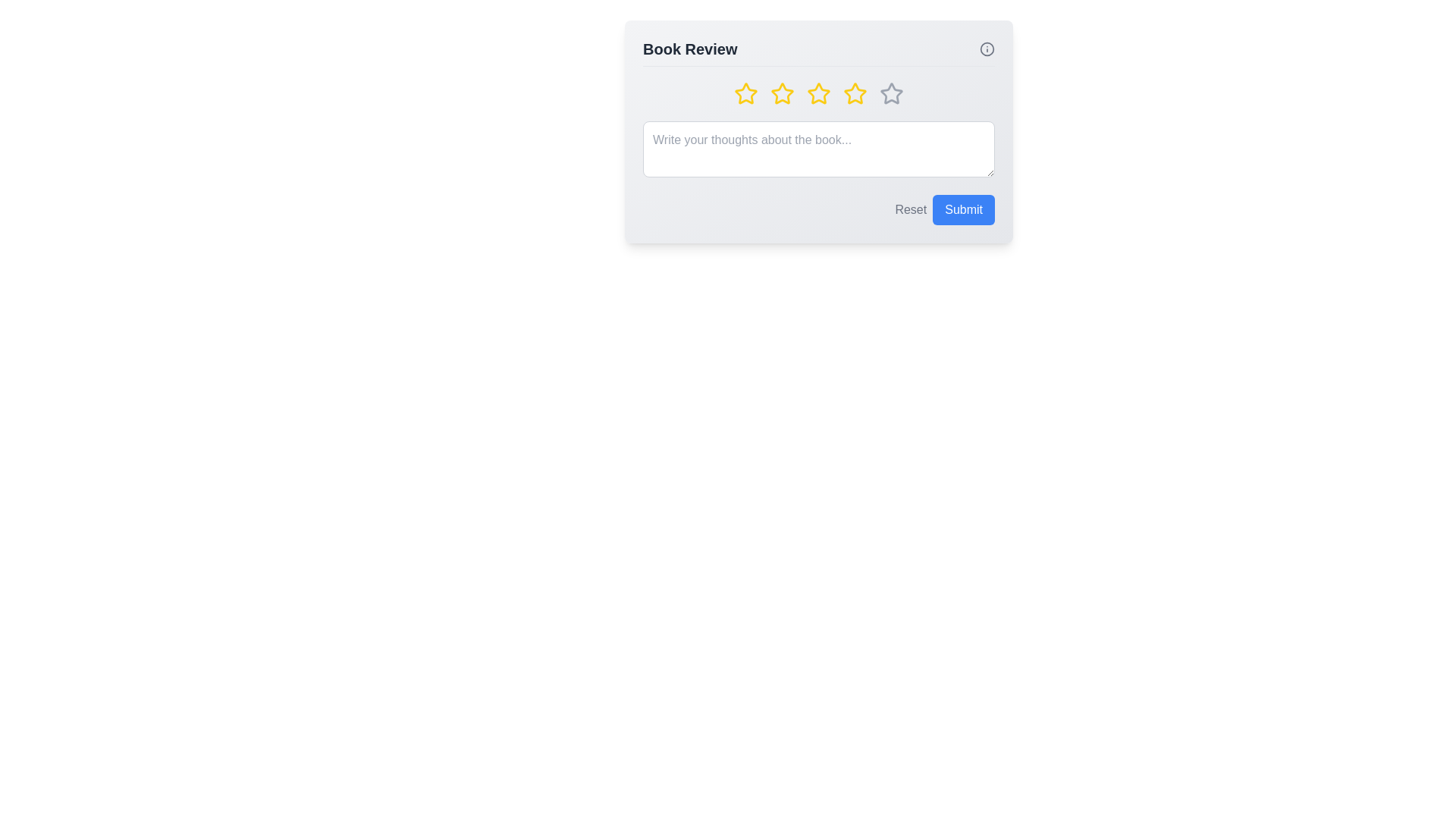 This screenshot has width=1456, height=819. I want to click on the star corresponding to the desired rating 5, so click(892, 93).